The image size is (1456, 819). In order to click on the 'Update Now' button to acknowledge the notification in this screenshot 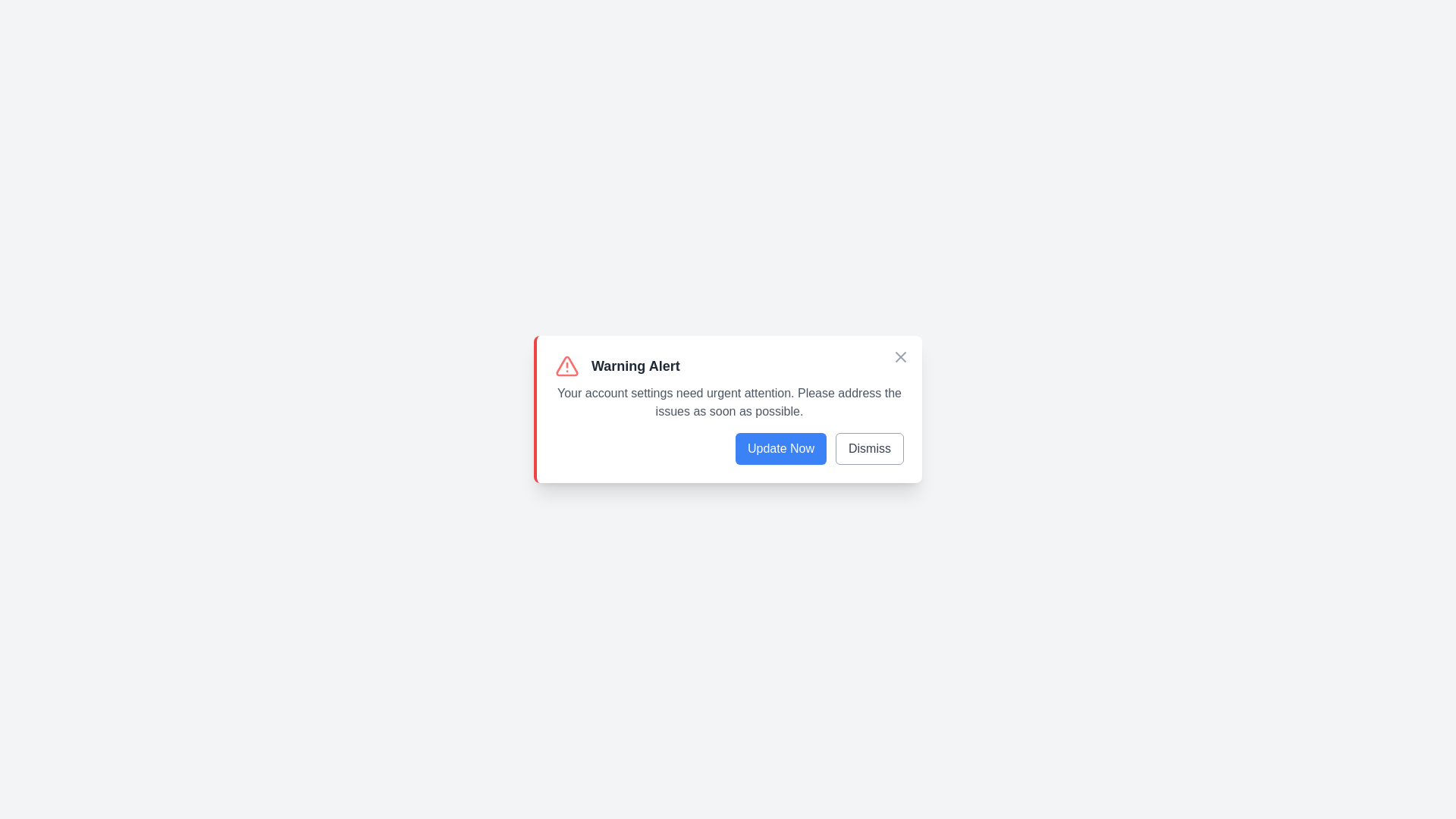, I will do `click(780, 447)`.